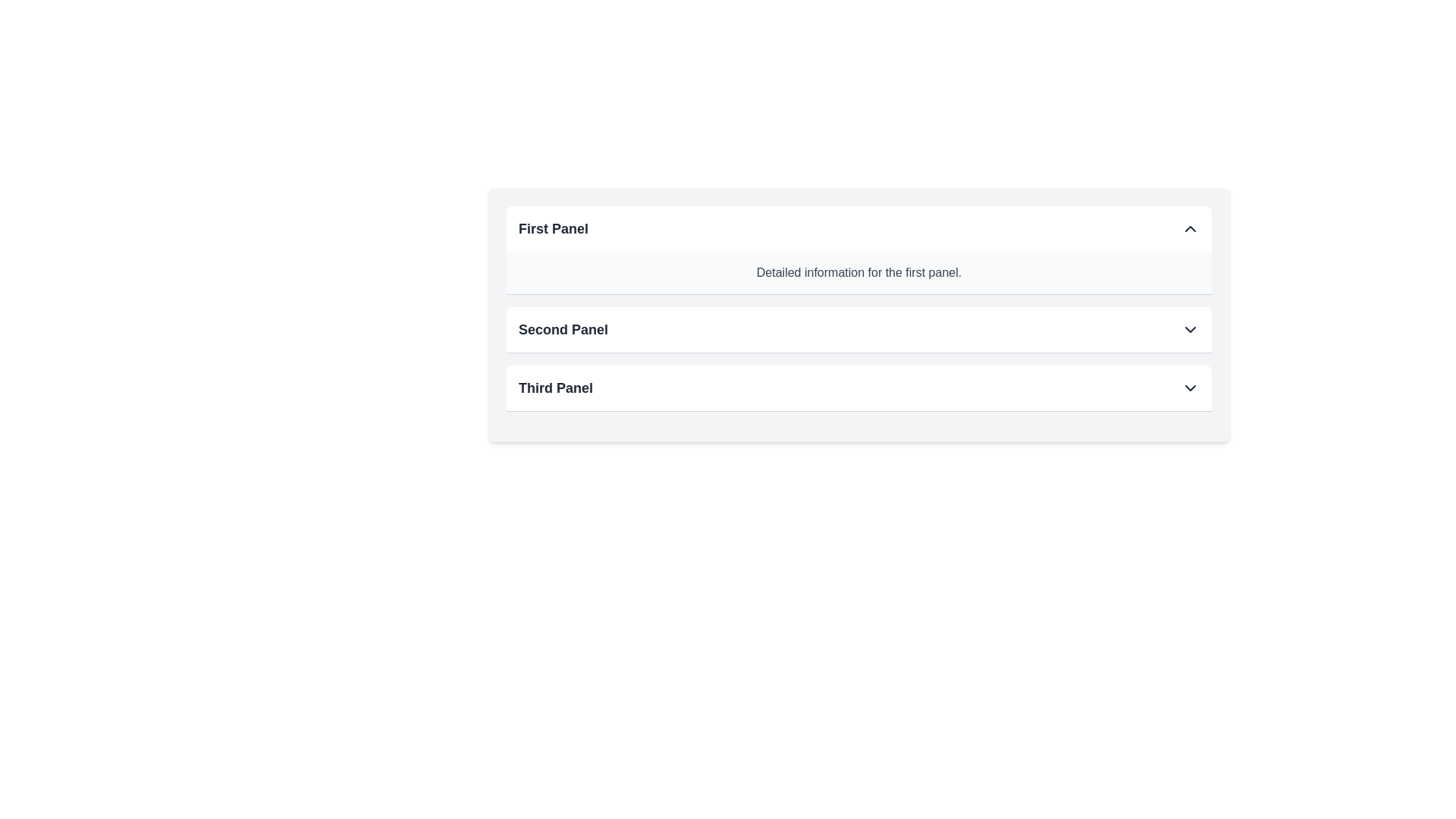 Image resolution: width=1456 pixels, height=819 pixels. What do you see at coordinates (858, 271) in the screenshot?
I see `the Text Display Area that contains the text 'Detailed information for the first panel.' which is styled with a light gray background and gray text, located directly below the header labeled 'First Panel'` at bounding box center [858, 271].